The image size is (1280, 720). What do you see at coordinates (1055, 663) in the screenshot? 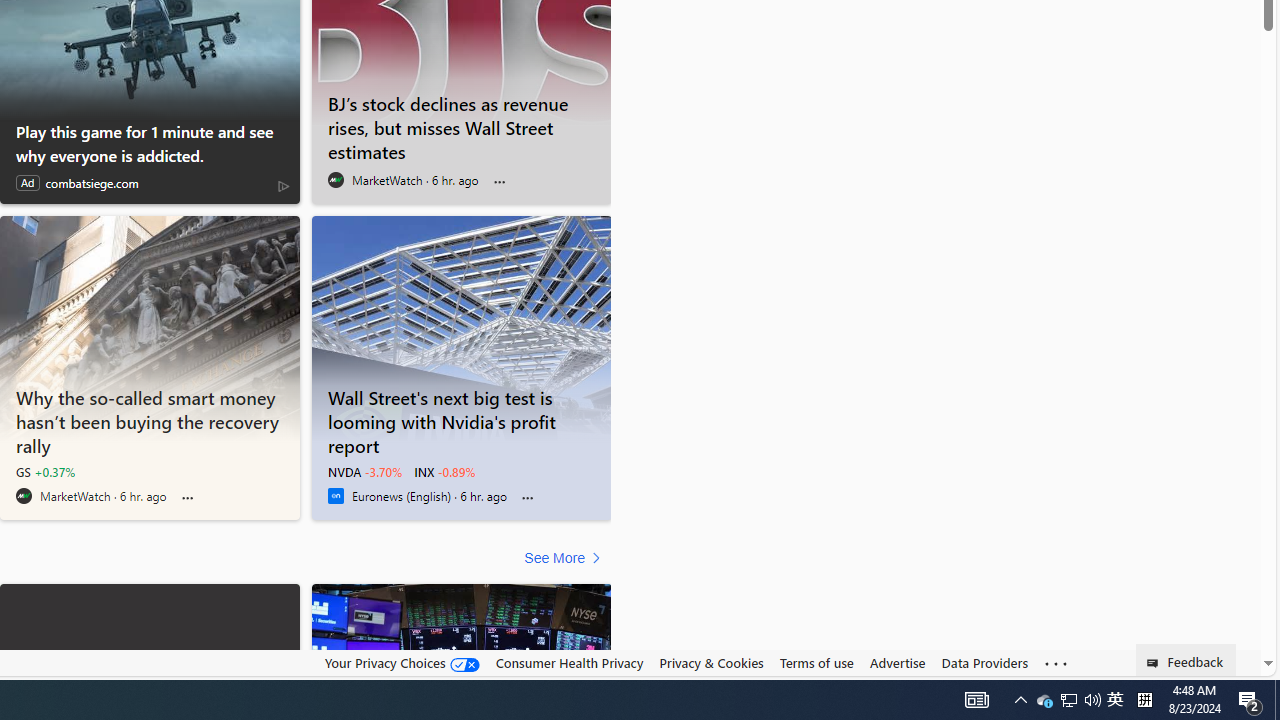
I see `'Class: oneFooter_seeMore-DS-EntryPoint1-1'` at bounding box center [1055, 663].